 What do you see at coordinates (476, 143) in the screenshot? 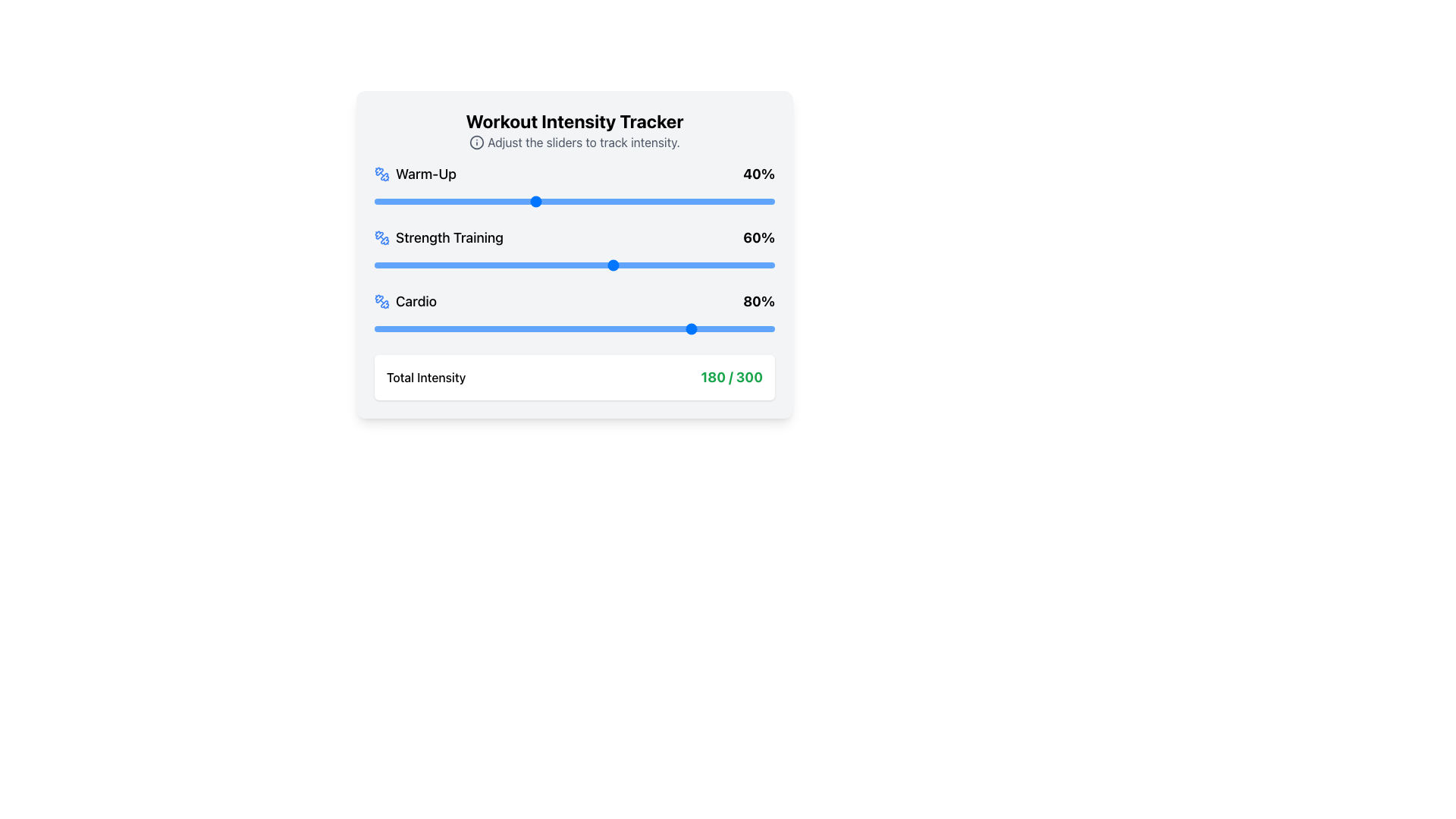
I see `the icon with a circular border that is positioned left of the text 'Adjust the sliders to track intensity.'` at bounding box center [476, 143].